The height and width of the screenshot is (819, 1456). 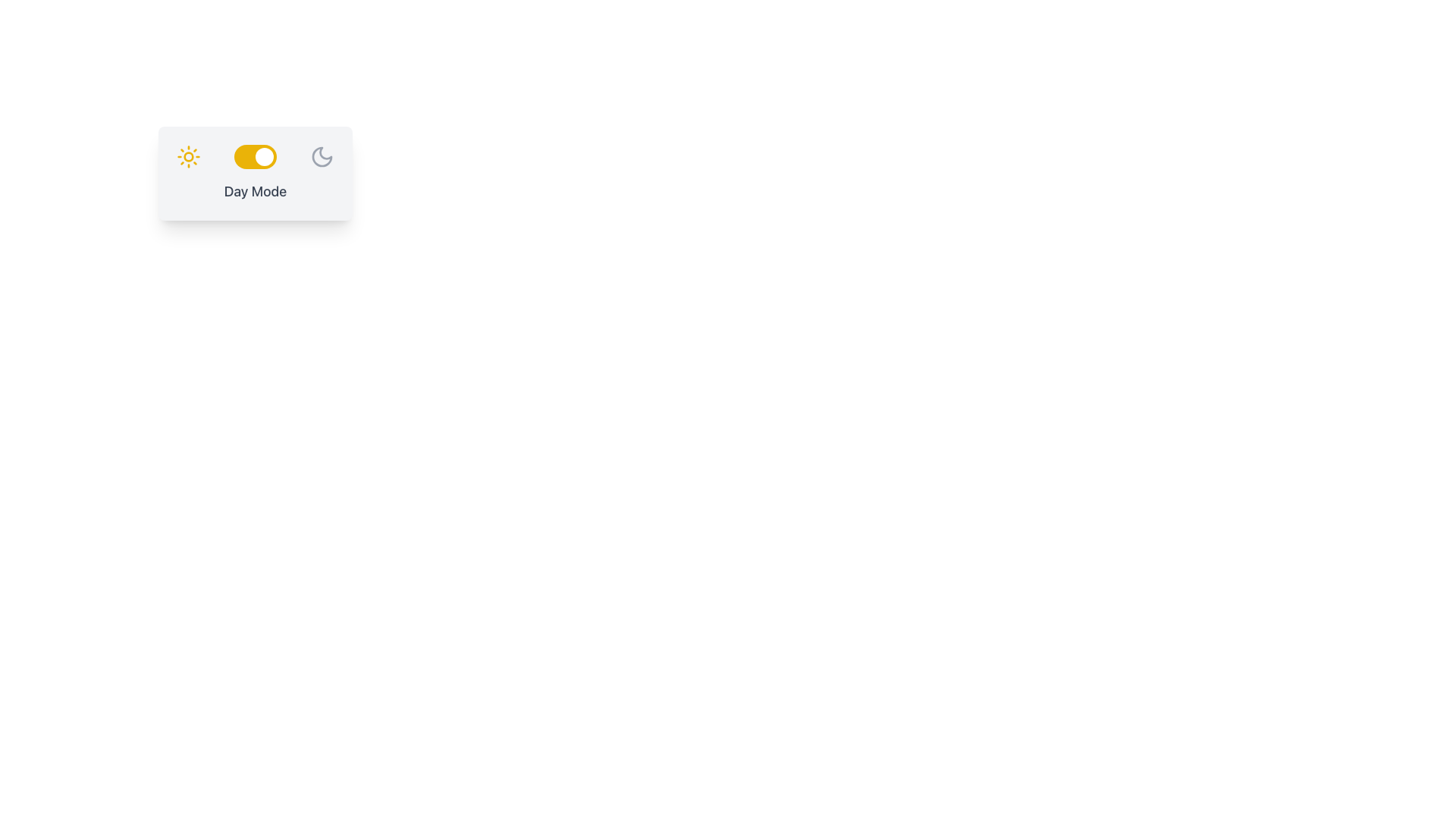 I want to click on the graphical representation of the daylight icon located at the leftmost side of the layout, which is part of a light/dark mode toggle, so click(x=188, y=157).